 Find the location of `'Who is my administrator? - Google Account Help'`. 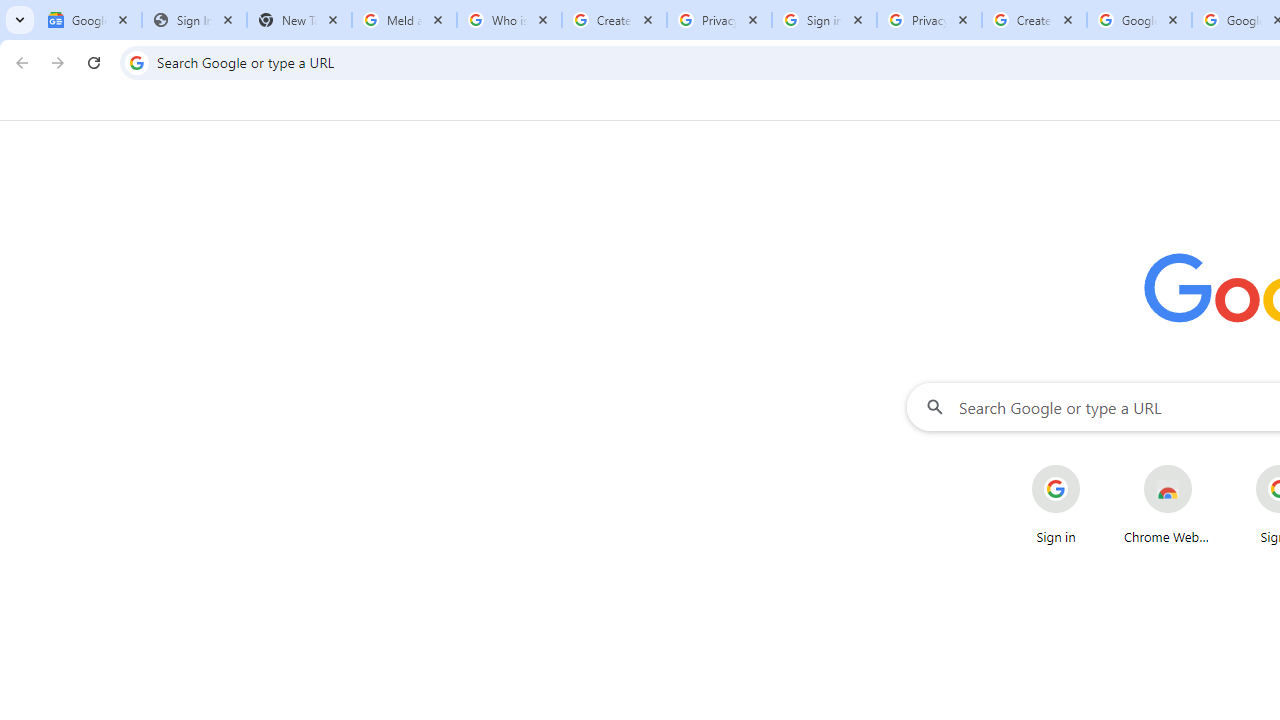

'Who is my administrator? - Google Account Help' is located at coordinates (509, 20).